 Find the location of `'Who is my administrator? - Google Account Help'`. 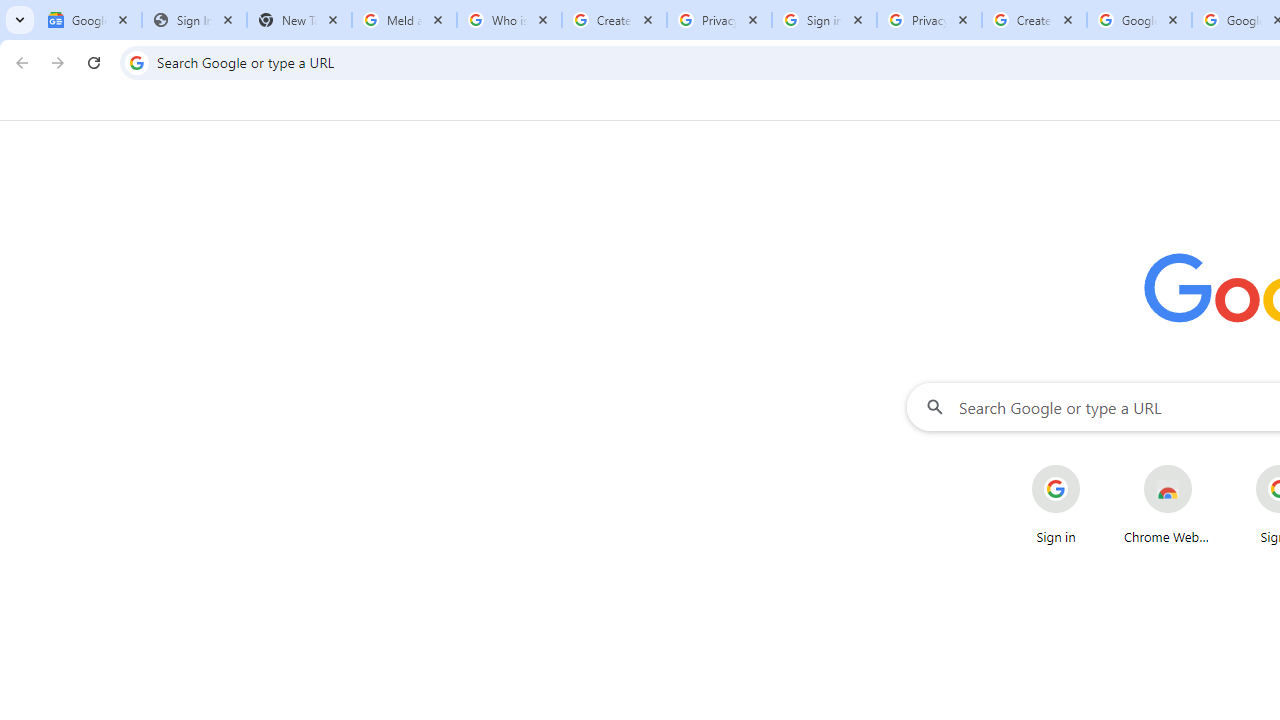

'Who is my administrator? - Google Account Help' is located at coordinates (509, 20).